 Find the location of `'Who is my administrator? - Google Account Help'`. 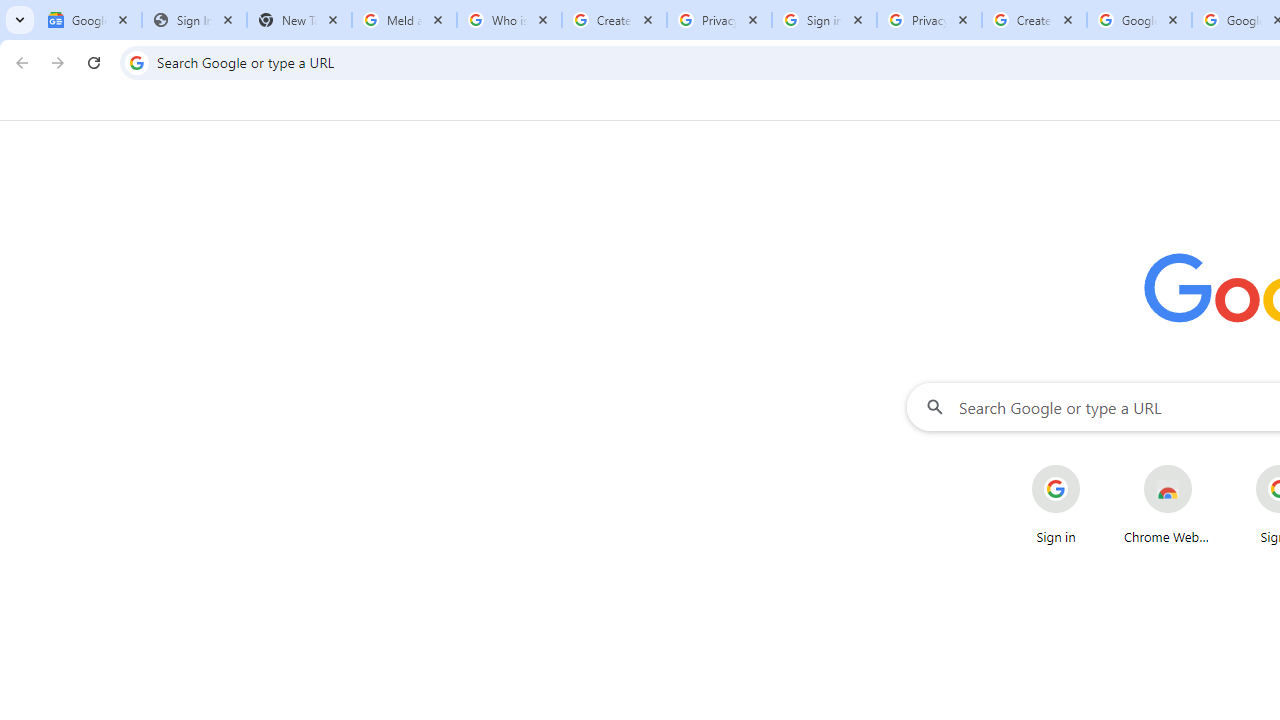

'Who is my administrator? - Google Account Help' is located at coordinates (509, 20).